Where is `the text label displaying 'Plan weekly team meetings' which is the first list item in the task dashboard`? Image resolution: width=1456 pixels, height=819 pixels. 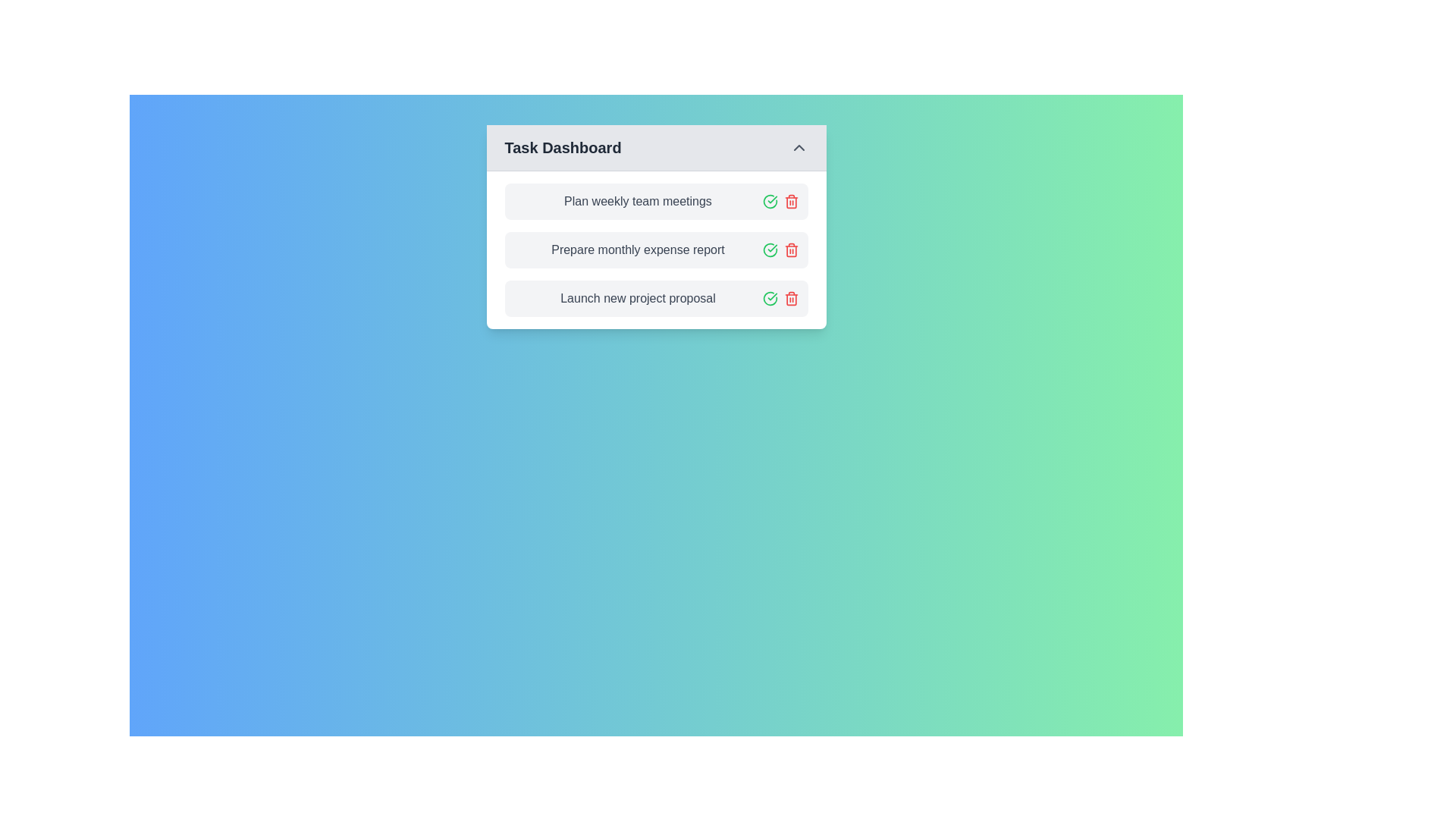 the text label displaying 'Plan weekly team meetings' which is the first list item in the task dashboard is located at coordinates (638, 201).